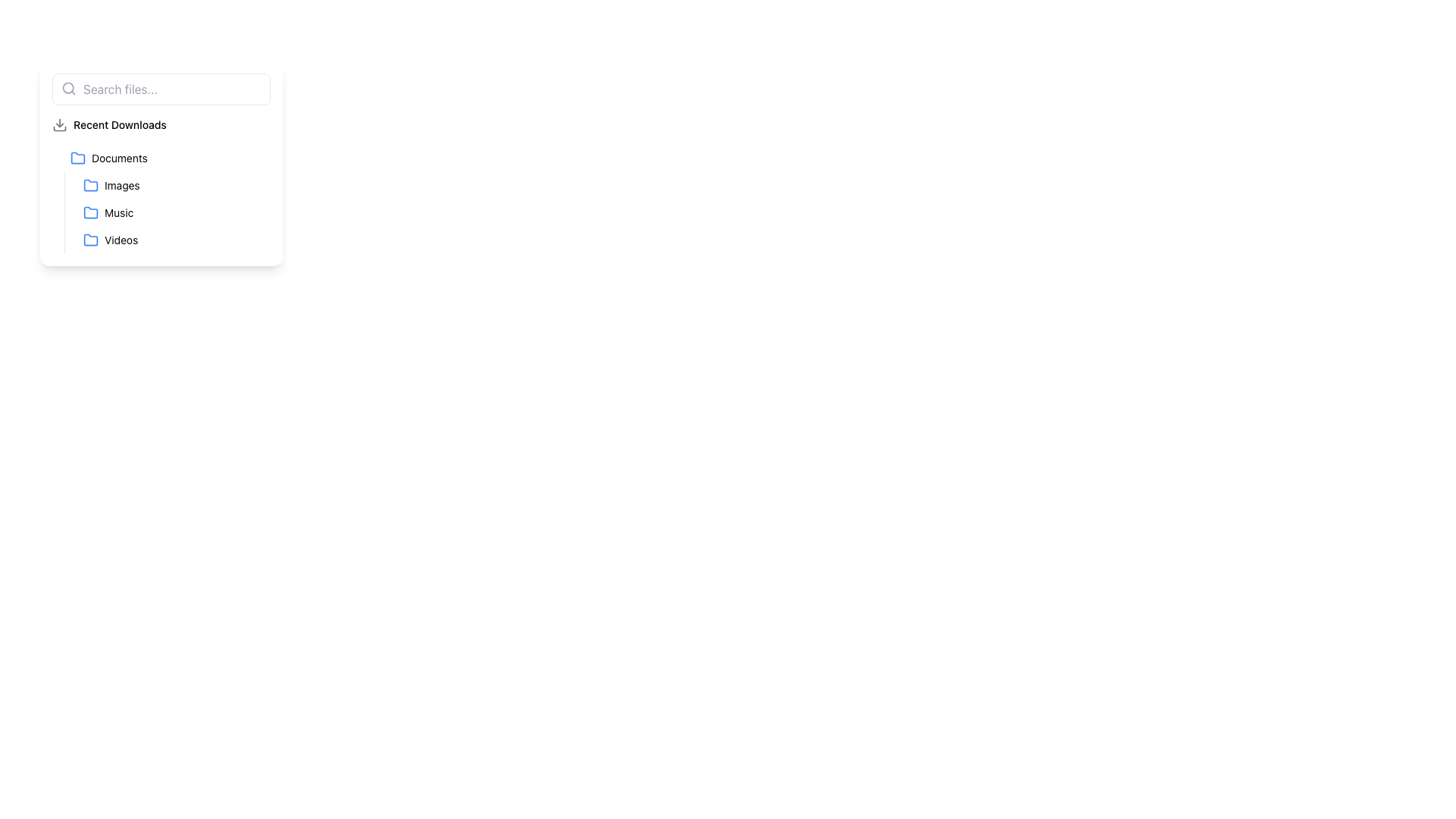 The height and width of the screenshot is (819, 1456). What do you see at coordinates (90, 239) in the screenshot?
I see `the 'Videos' folder icon located in the left sidebar panel, which is the first visual element of the 'Videos' button` at bounding box center [90, 239].